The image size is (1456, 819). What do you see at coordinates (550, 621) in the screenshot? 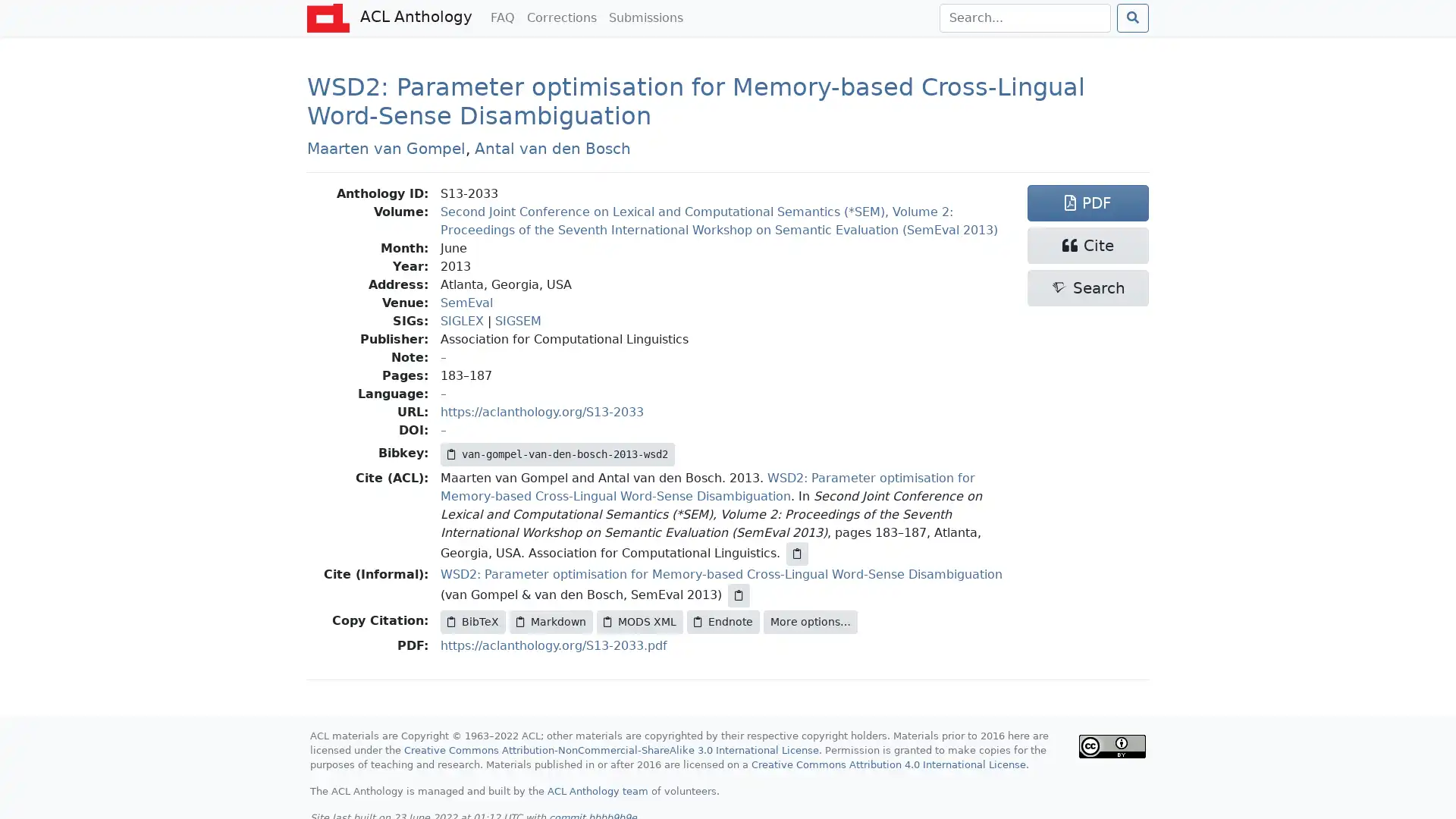
I see `Markdown` at bounding box center [550, 621].